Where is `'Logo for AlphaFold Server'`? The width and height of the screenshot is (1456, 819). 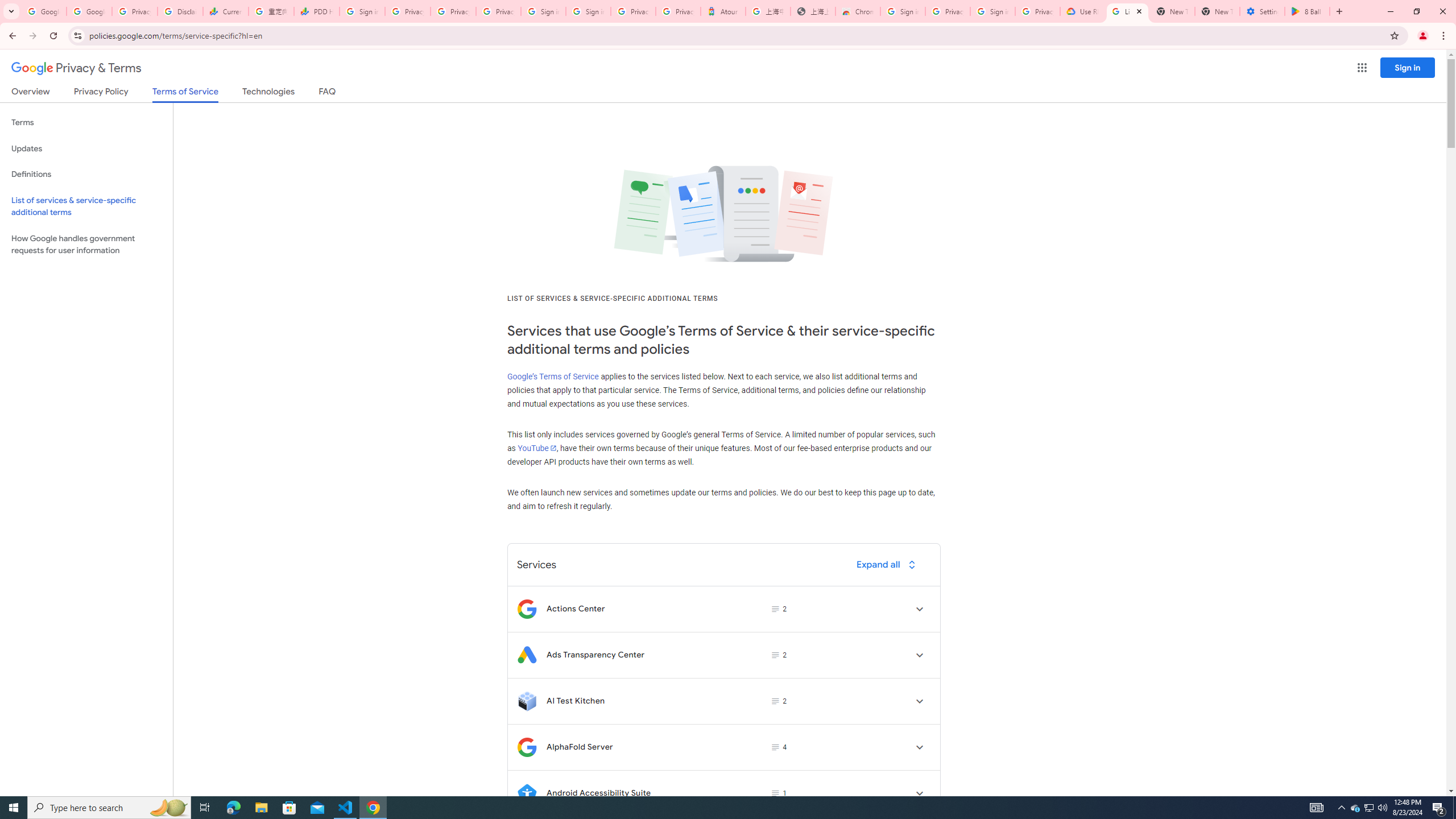 'Logo for AlphaFold Server' is located at coordinates (526, 747).